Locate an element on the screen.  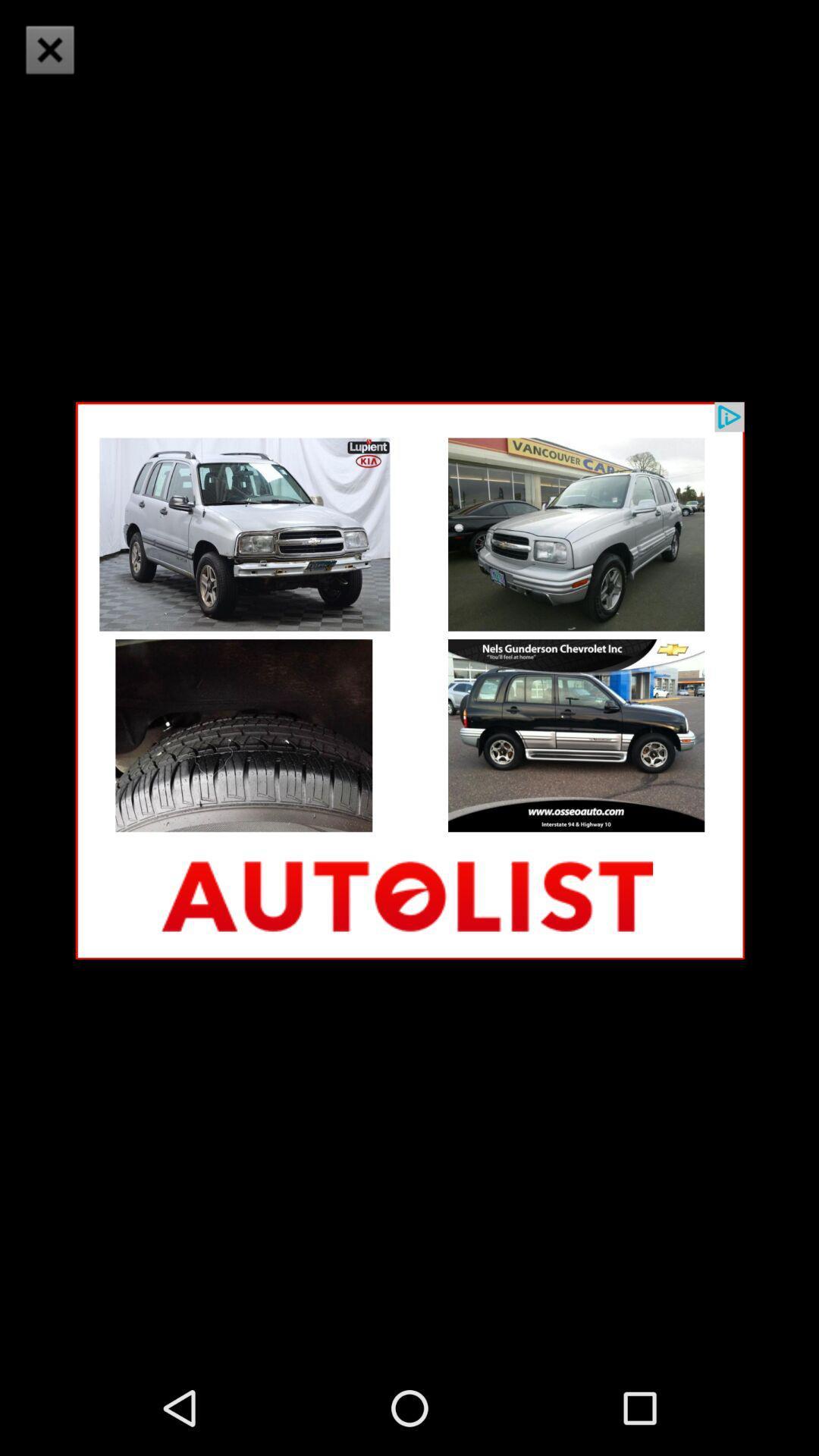
the close icon is located at coordinates (49, 53).